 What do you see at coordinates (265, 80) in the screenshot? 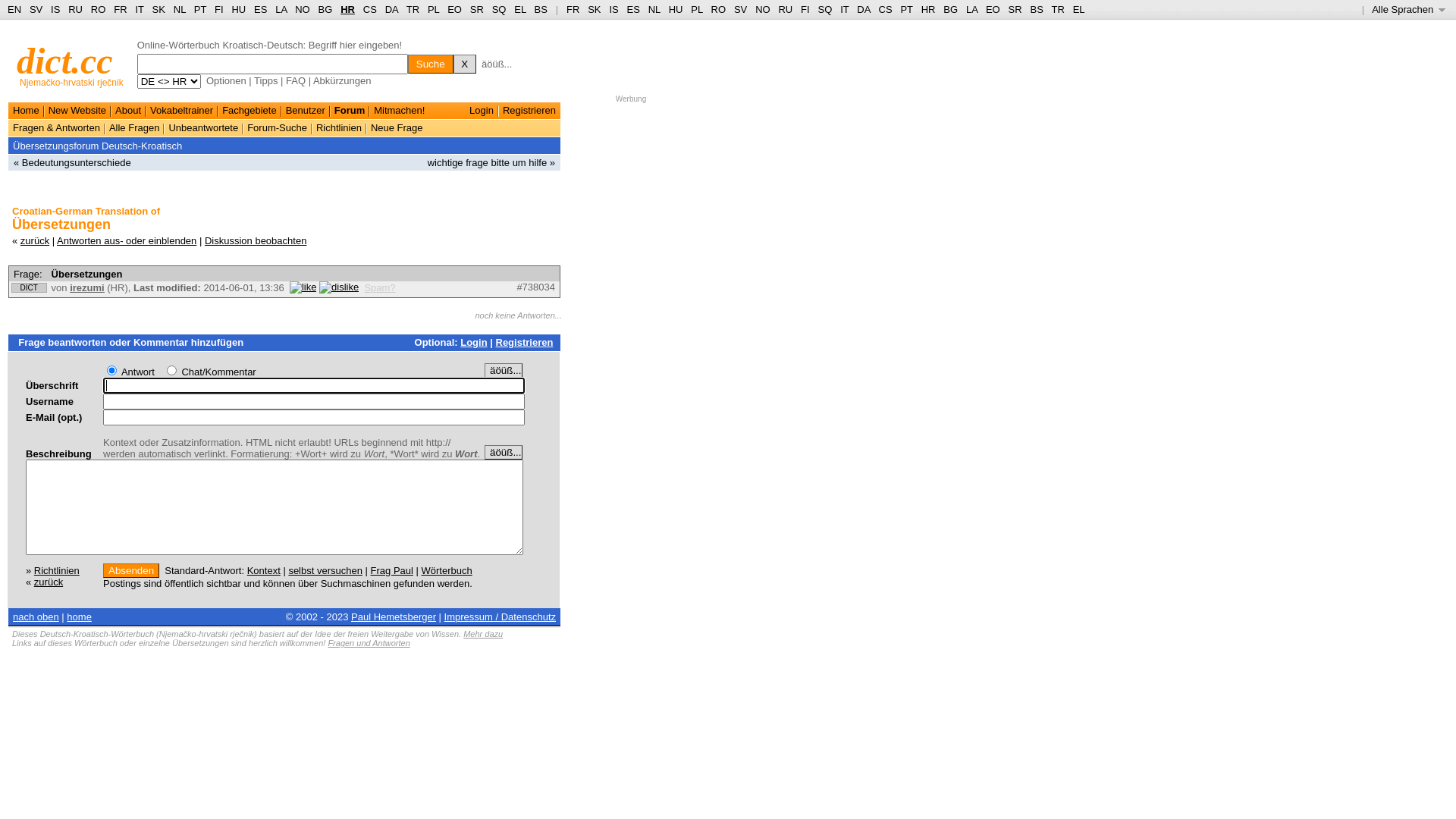
I see `'Tipps'` at bounding box center [265, 80].